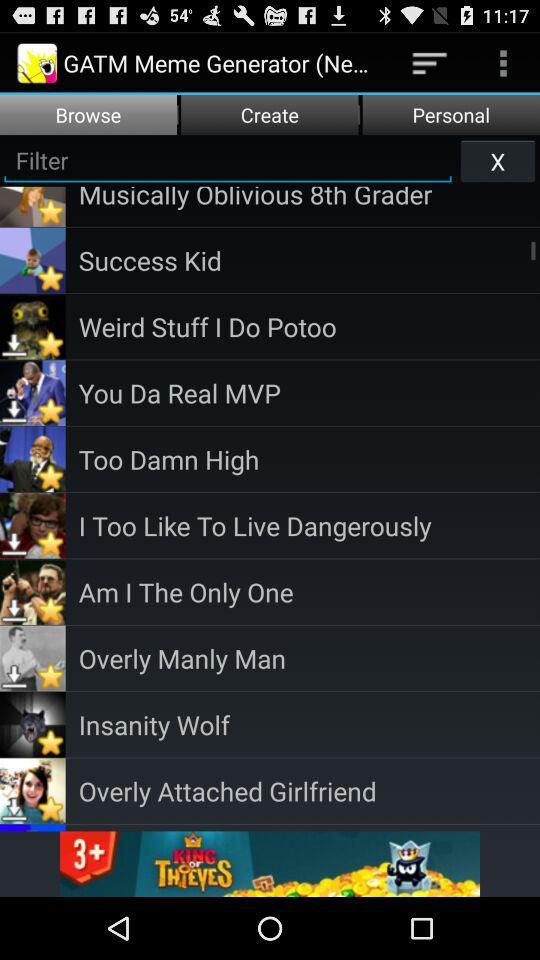  Describe the element at coordinates (309, 591) in the screenshot. I see `the icon below the i too like item` at that location.